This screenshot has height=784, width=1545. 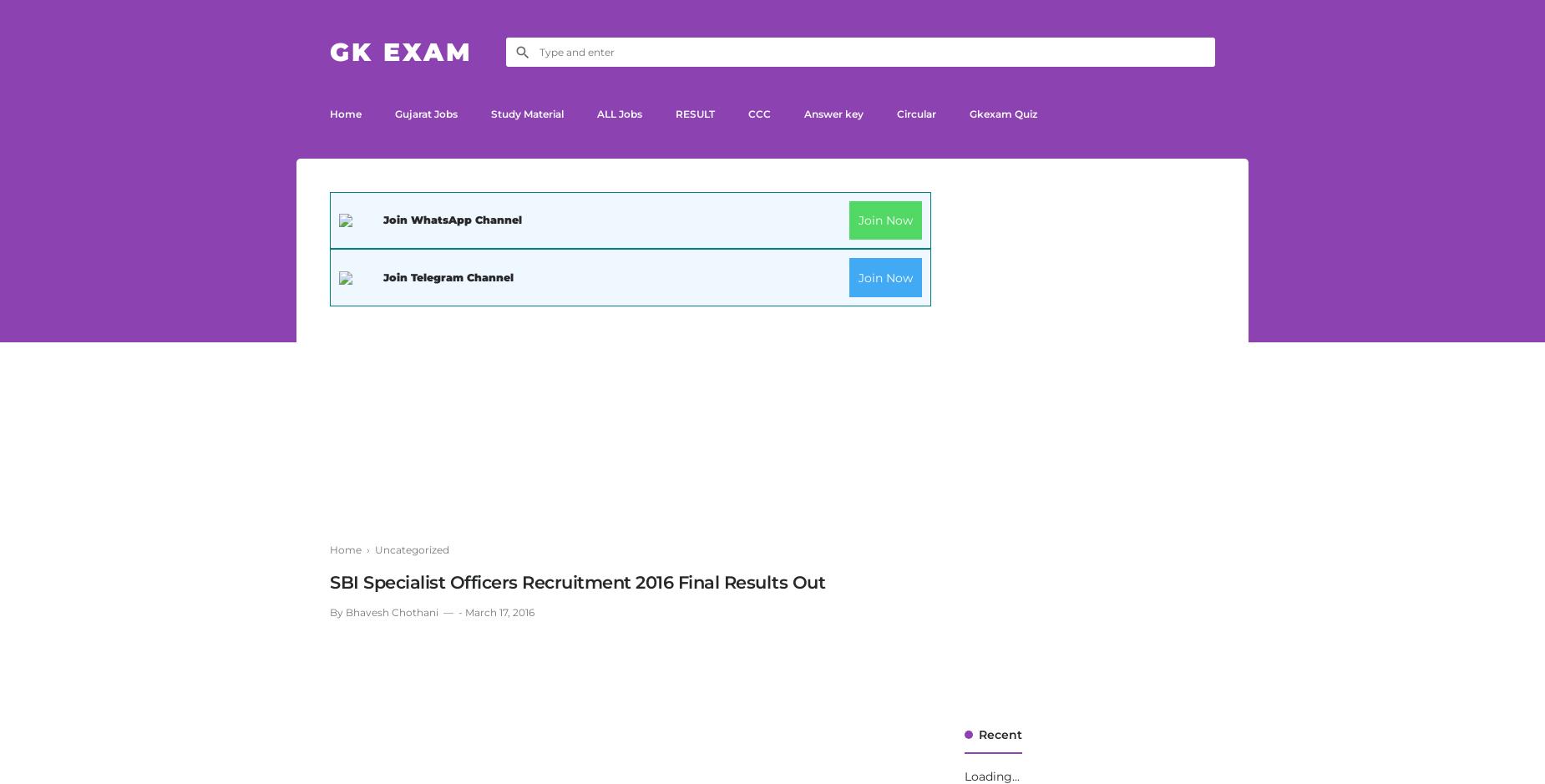 What do you see at coordinates (448, 276) in the screenshot?
I see `'Join Telegram Channel'` at bounding box center [448, 276].